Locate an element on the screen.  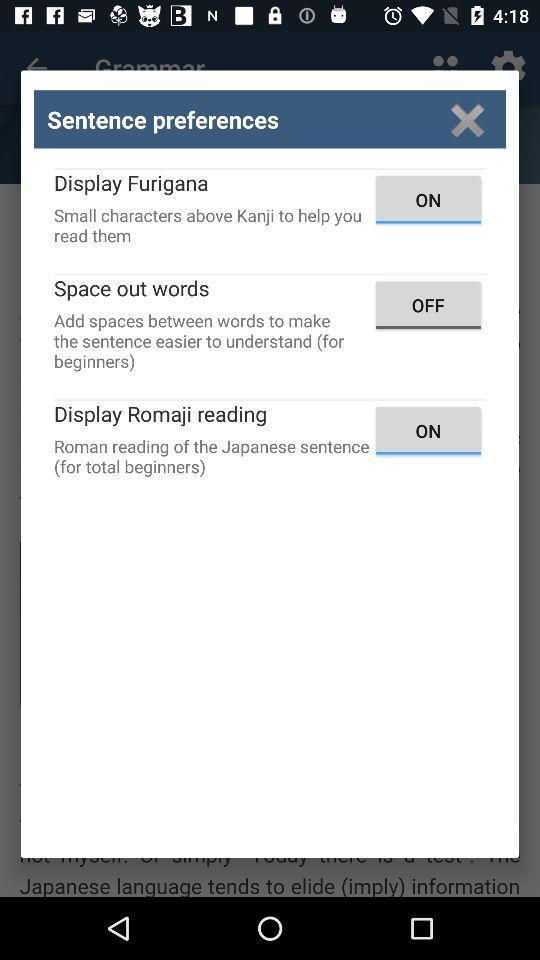
the item above on is located at coordinates (467, 120).